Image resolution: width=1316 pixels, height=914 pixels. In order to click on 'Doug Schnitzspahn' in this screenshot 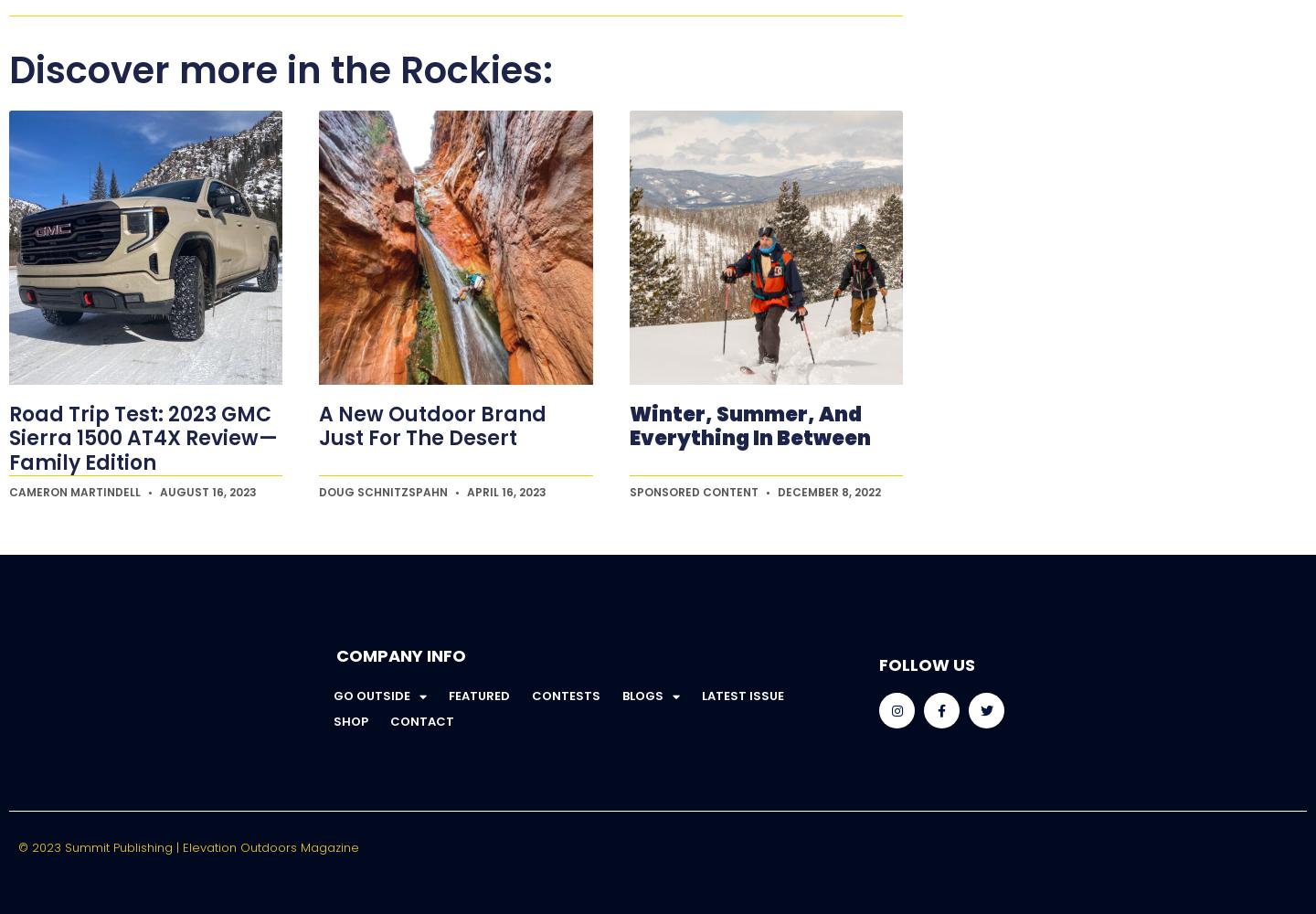, I will do `click(385, 492)`.